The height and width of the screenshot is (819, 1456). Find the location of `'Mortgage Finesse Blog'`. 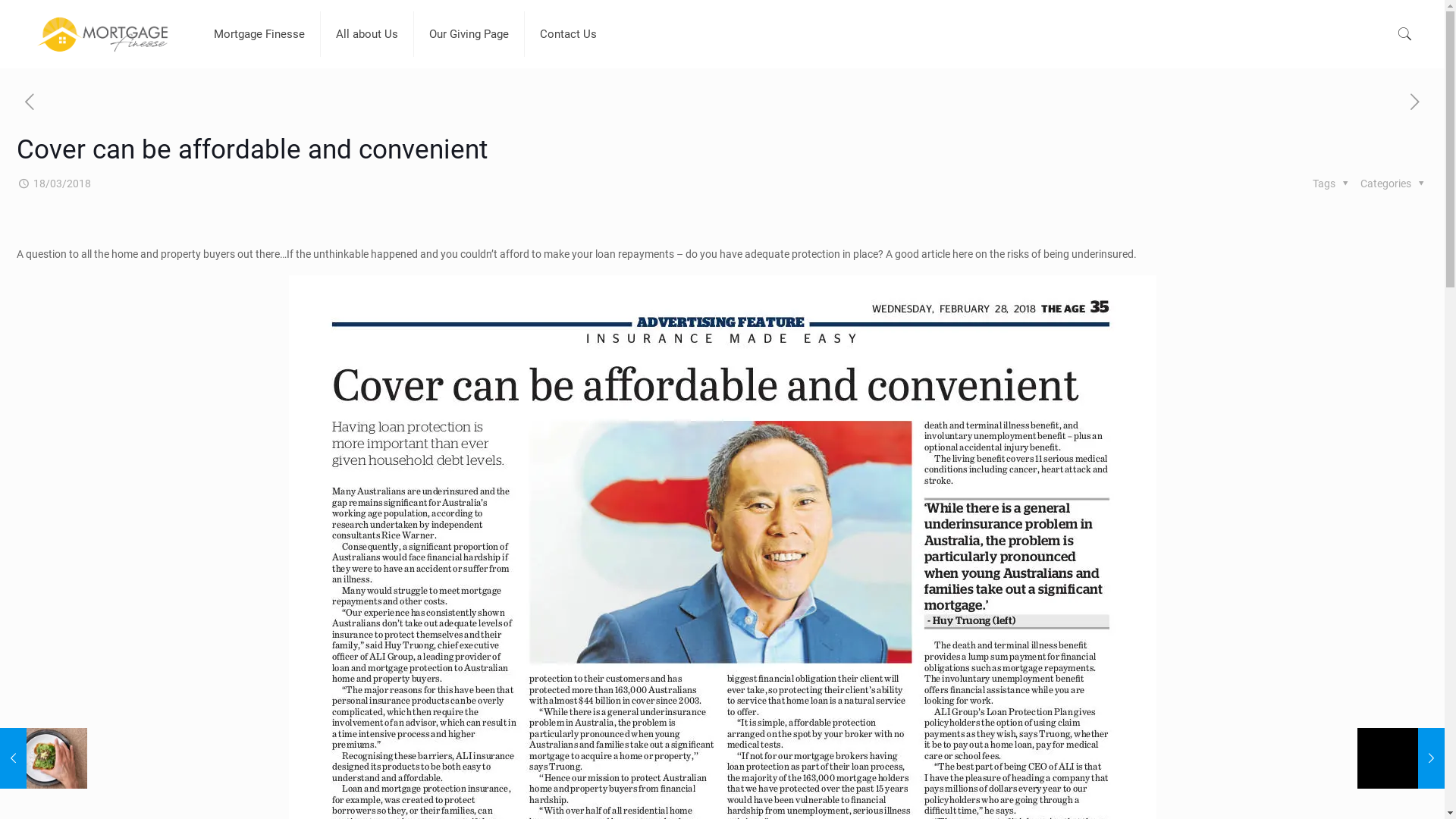

'Mortgage Finesse Blog' is located at coordinates (32, 34).